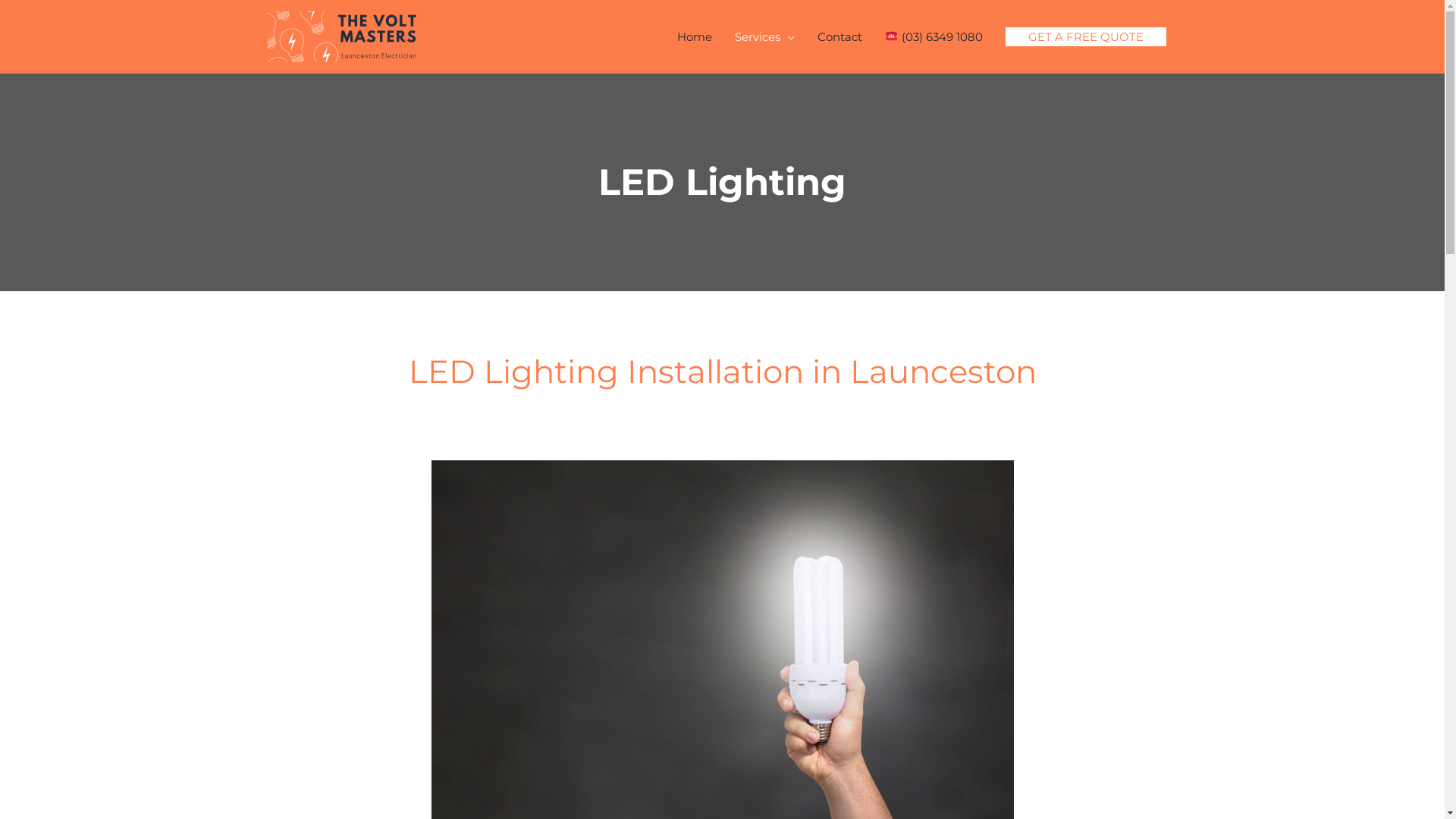  I want to click on 'Services', so click(764, 35).